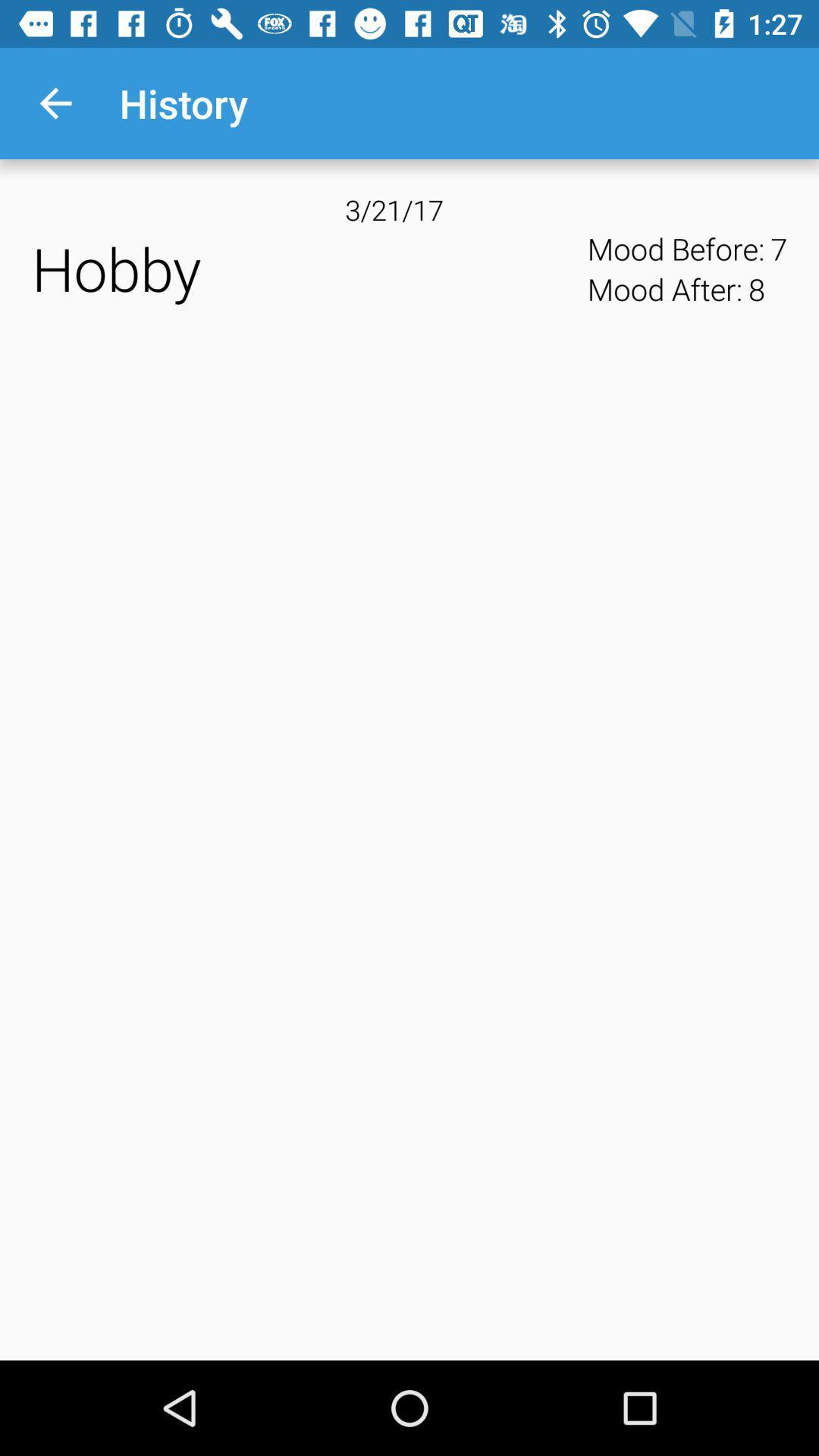  What do you see at coordinates (756, 289) in the screenshot?
I see `the 8` at bounding box center [756, 289].